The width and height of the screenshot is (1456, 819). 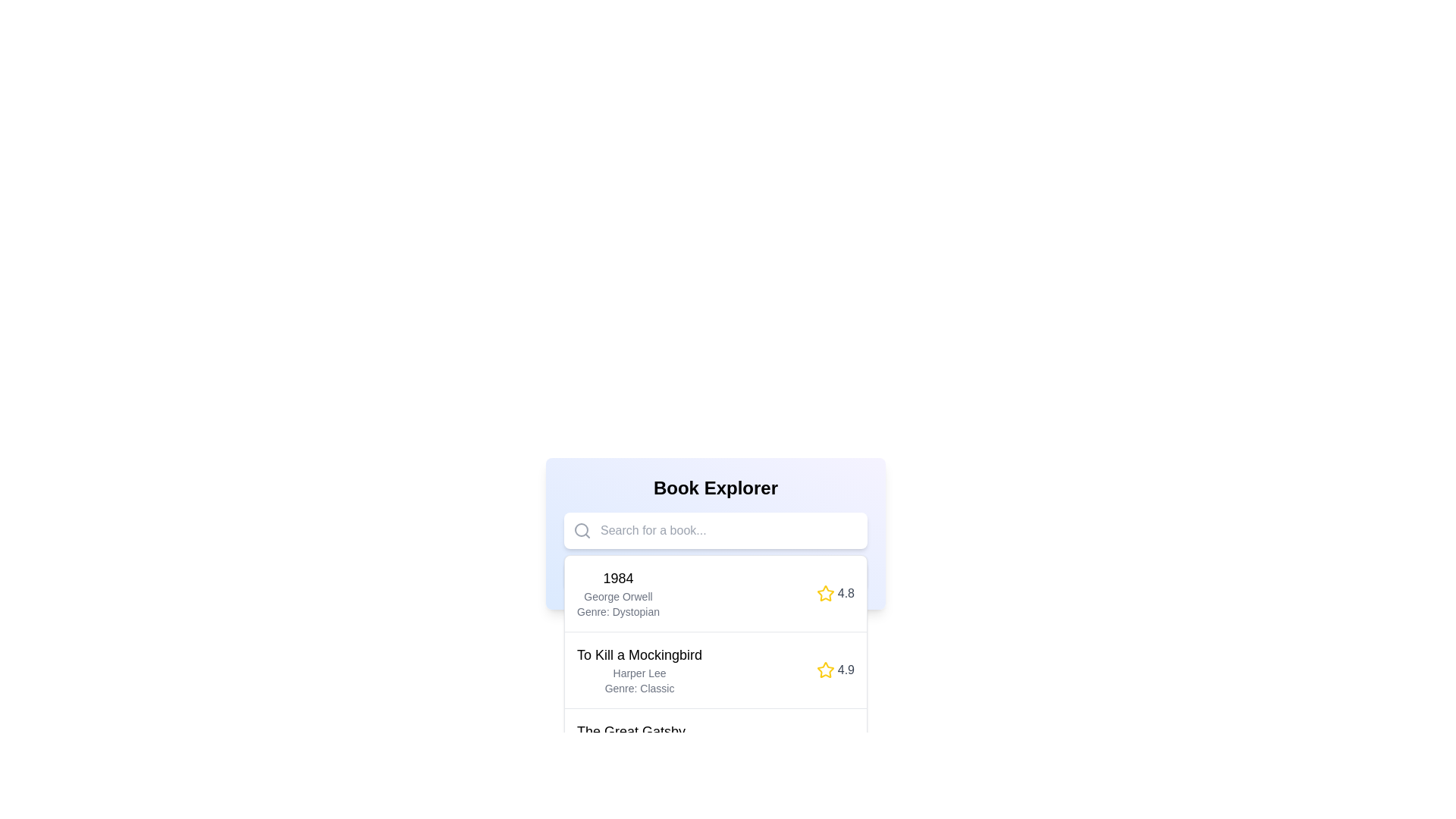 I want to click on the magnifying glass icon located in the search bar area under the 'Book Explorer' heading, which serves as a visual cue for the adjacent search input field, so click(x=582, y=529).